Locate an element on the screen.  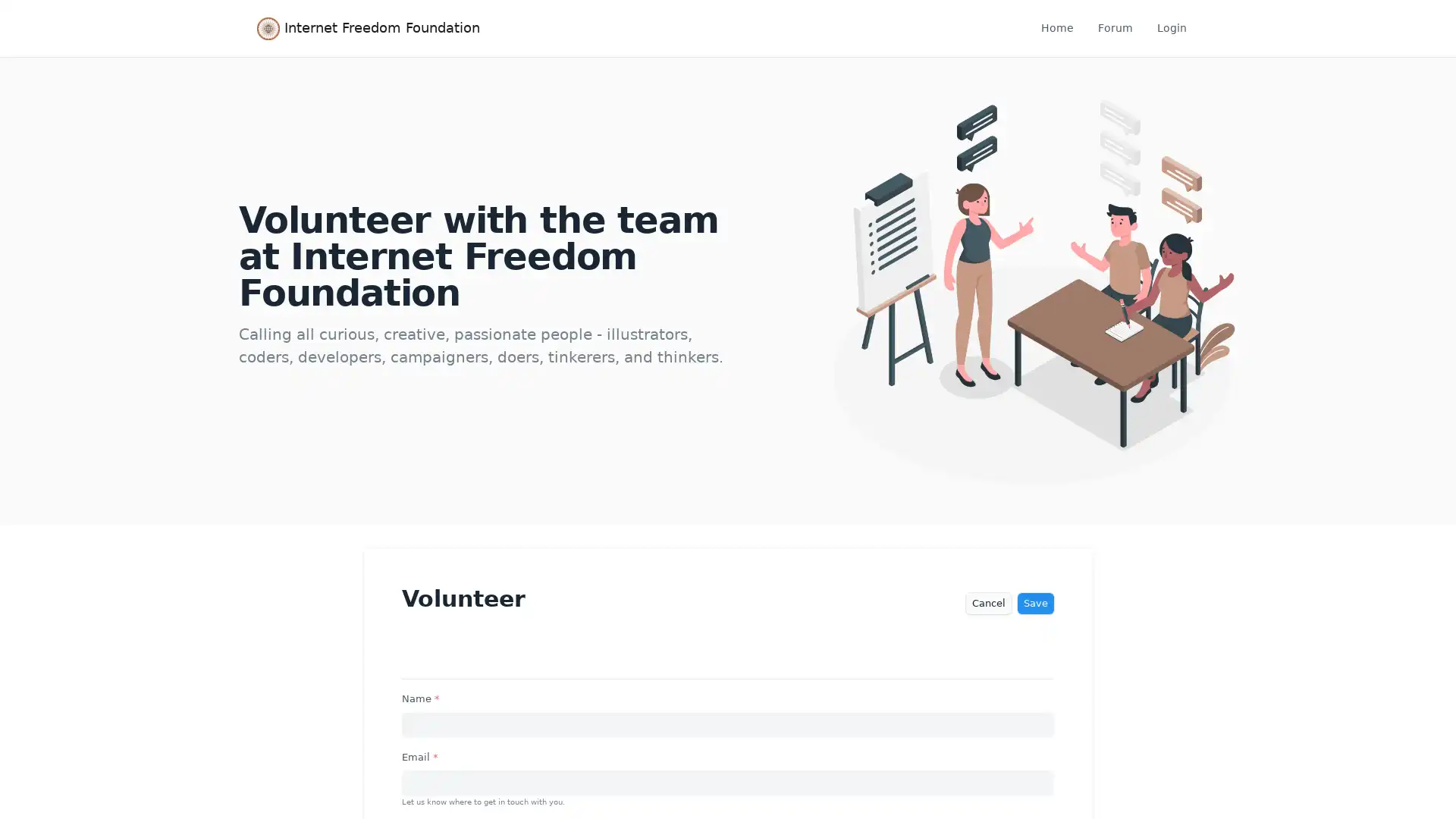
Cancel is located at coordinates (989, 602).